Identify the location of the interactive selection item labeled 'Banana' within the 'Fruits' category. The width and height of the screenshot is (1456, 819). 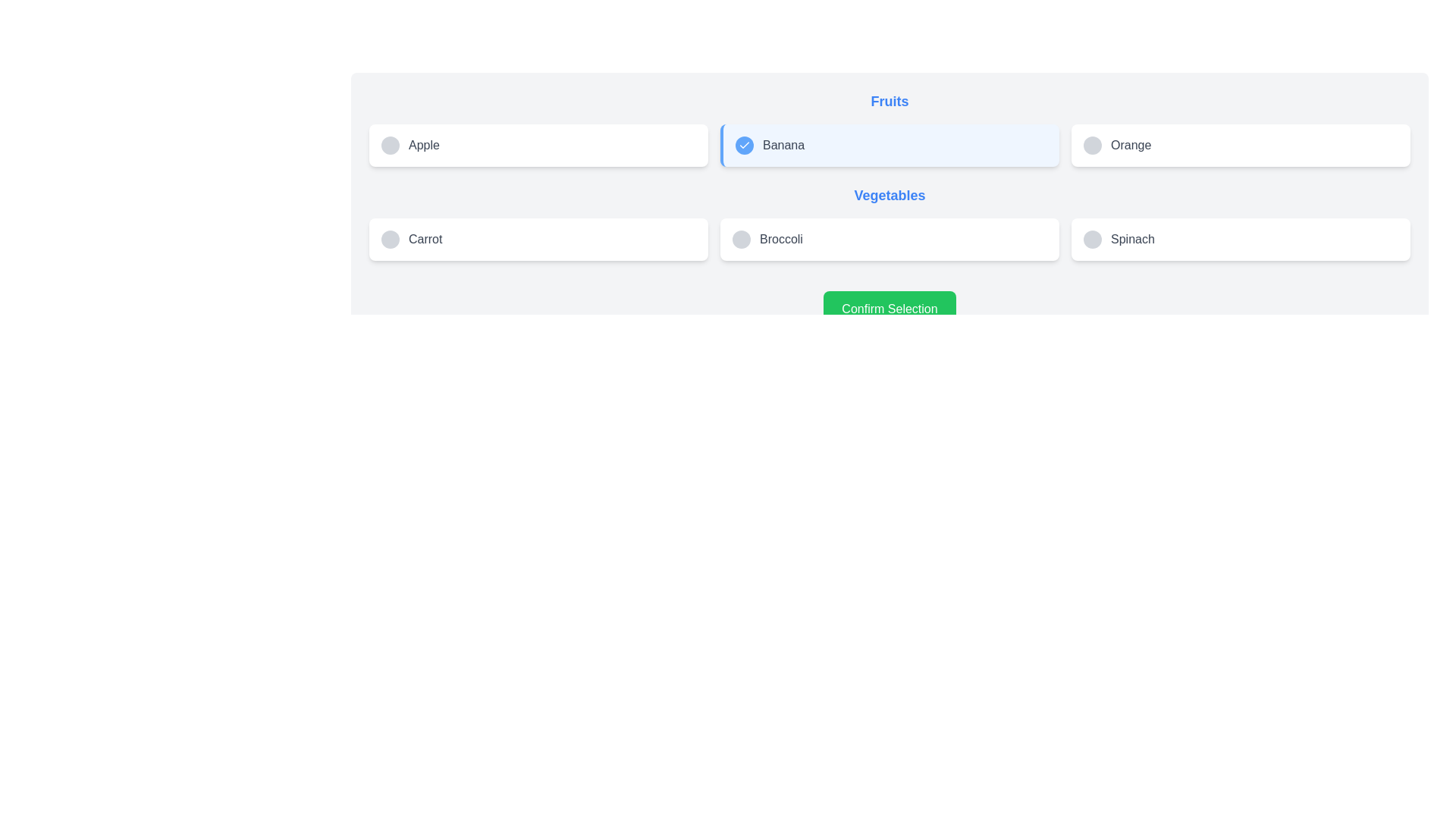
(890, 146).